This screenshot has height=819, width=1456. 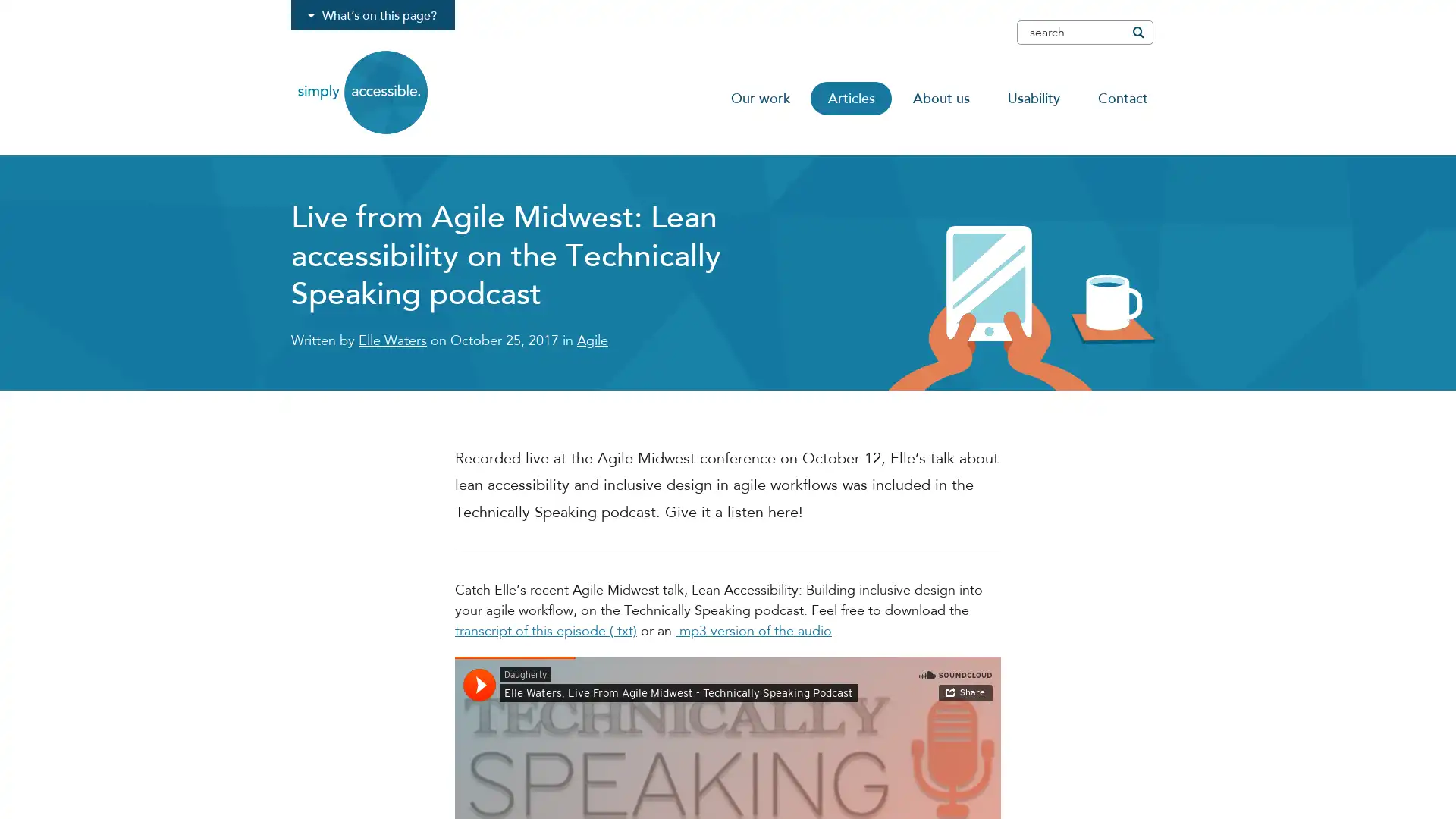 What do you see at coordinates (1137, 32) in the screenshot?
I see `Submit Search` at bounding box center [1137, 32].